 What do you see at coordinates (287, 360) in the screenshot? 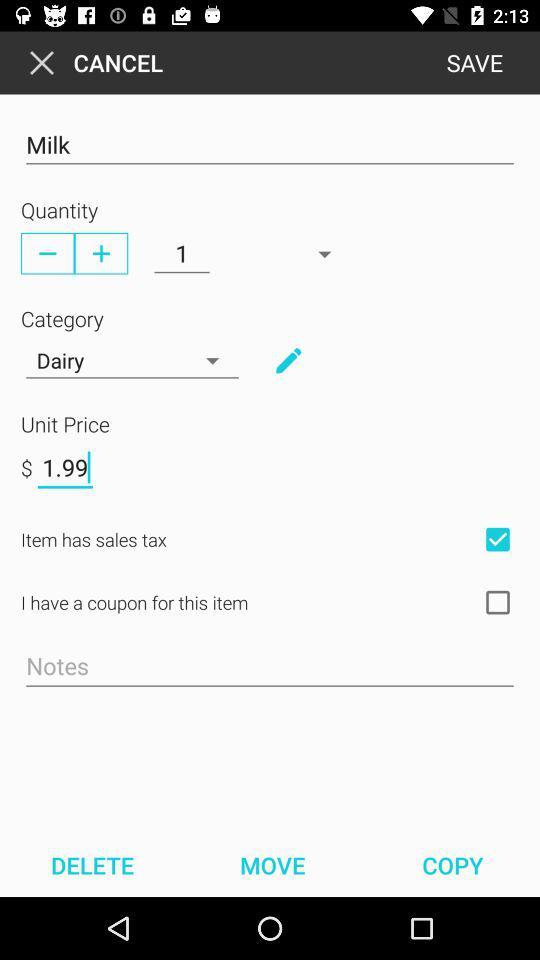
I see `get drop down menu` at bounding box center [287, 360].